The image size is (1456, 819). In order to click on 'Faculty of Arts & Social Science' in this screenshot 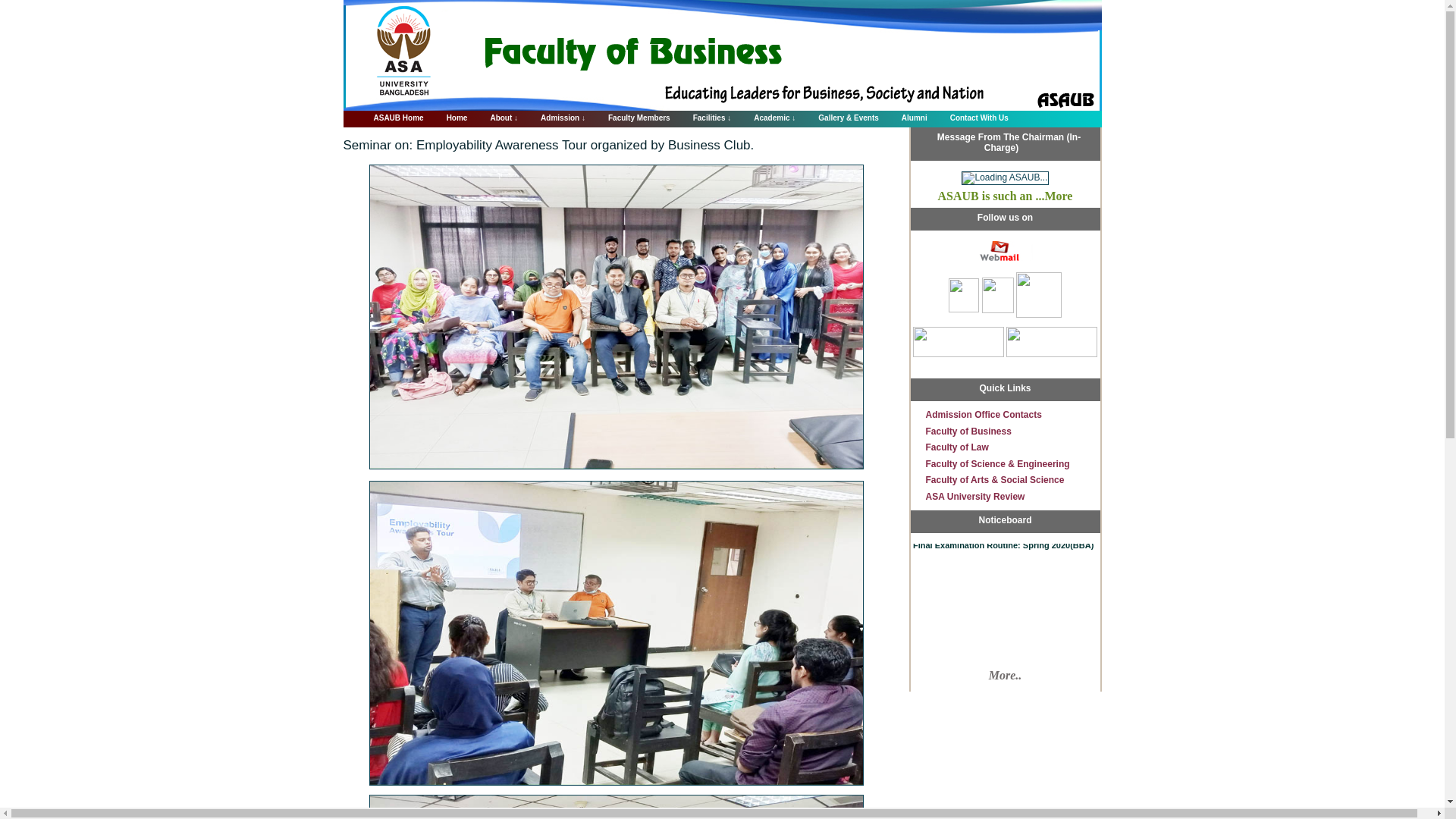, I will do `click(994, 479)`.